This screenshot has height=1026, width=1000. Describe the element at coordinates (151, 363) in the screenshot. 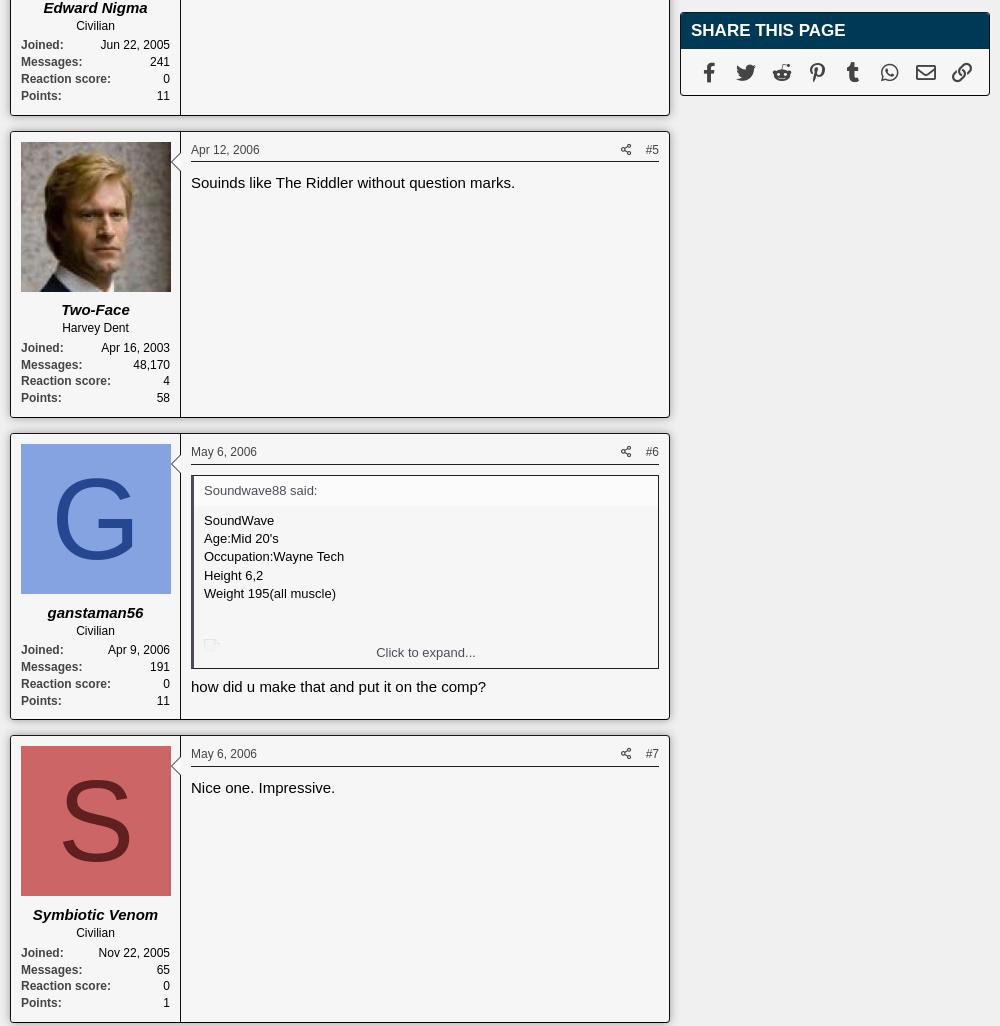

I see `'48,170'` at that location.